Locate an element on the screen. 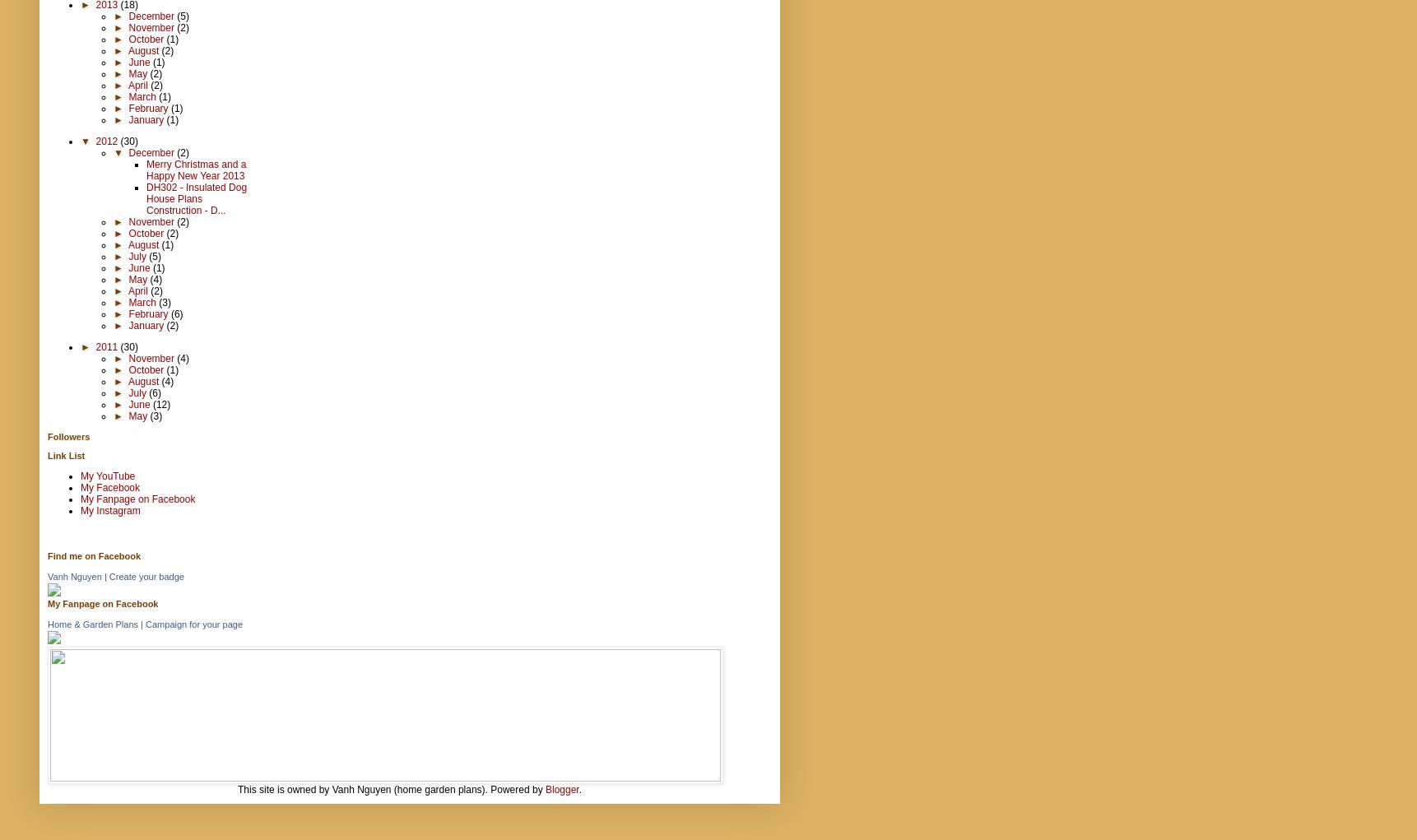 This screenshot has height=840, width=1417. 'Merry Christmas and a Happy New Year 2013' is located at coordinates (195, 169).